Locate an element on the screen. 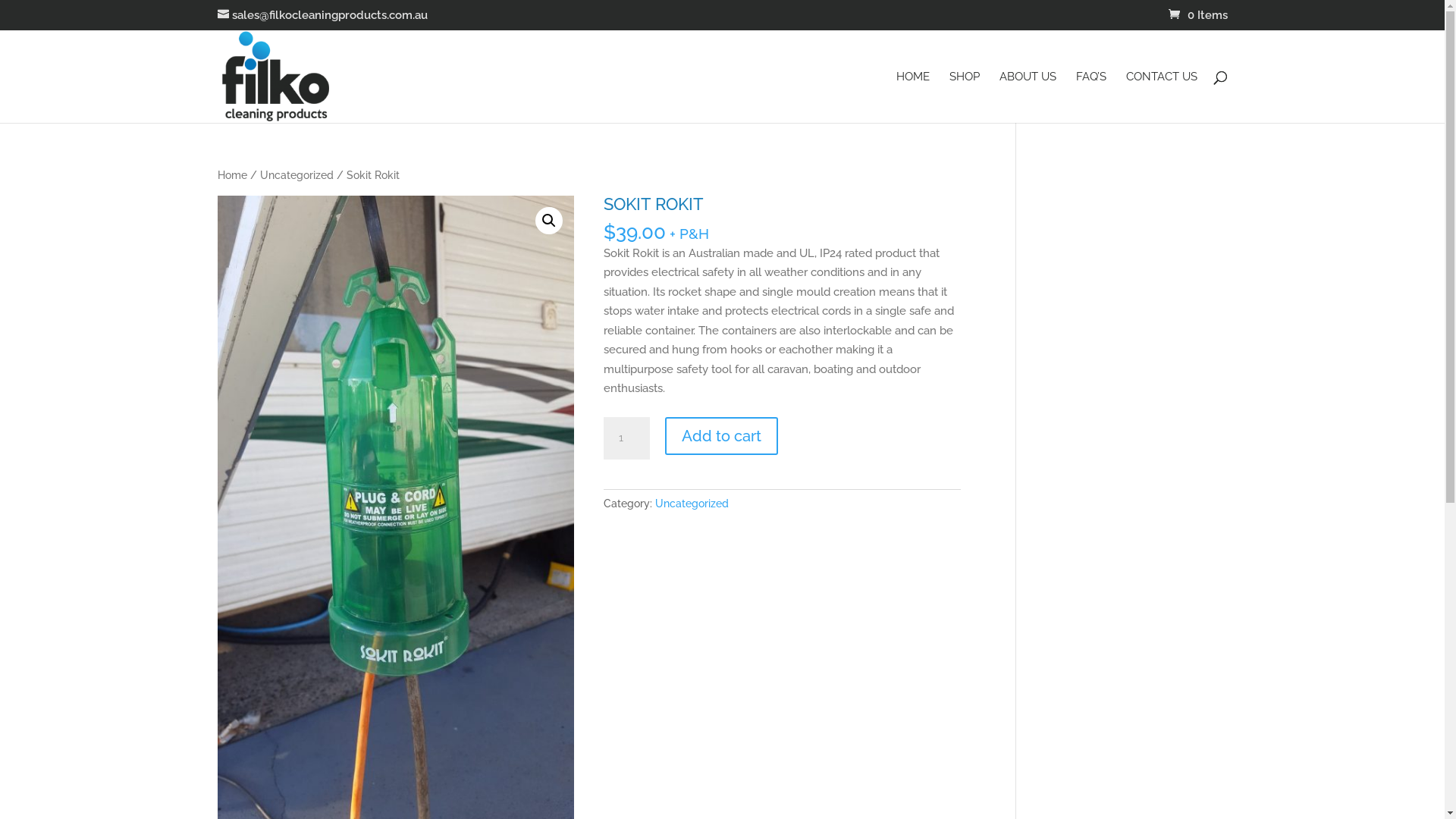 This screenshot has height=819, width=1456. 'SHOP' is located at coordinates (964, 96).